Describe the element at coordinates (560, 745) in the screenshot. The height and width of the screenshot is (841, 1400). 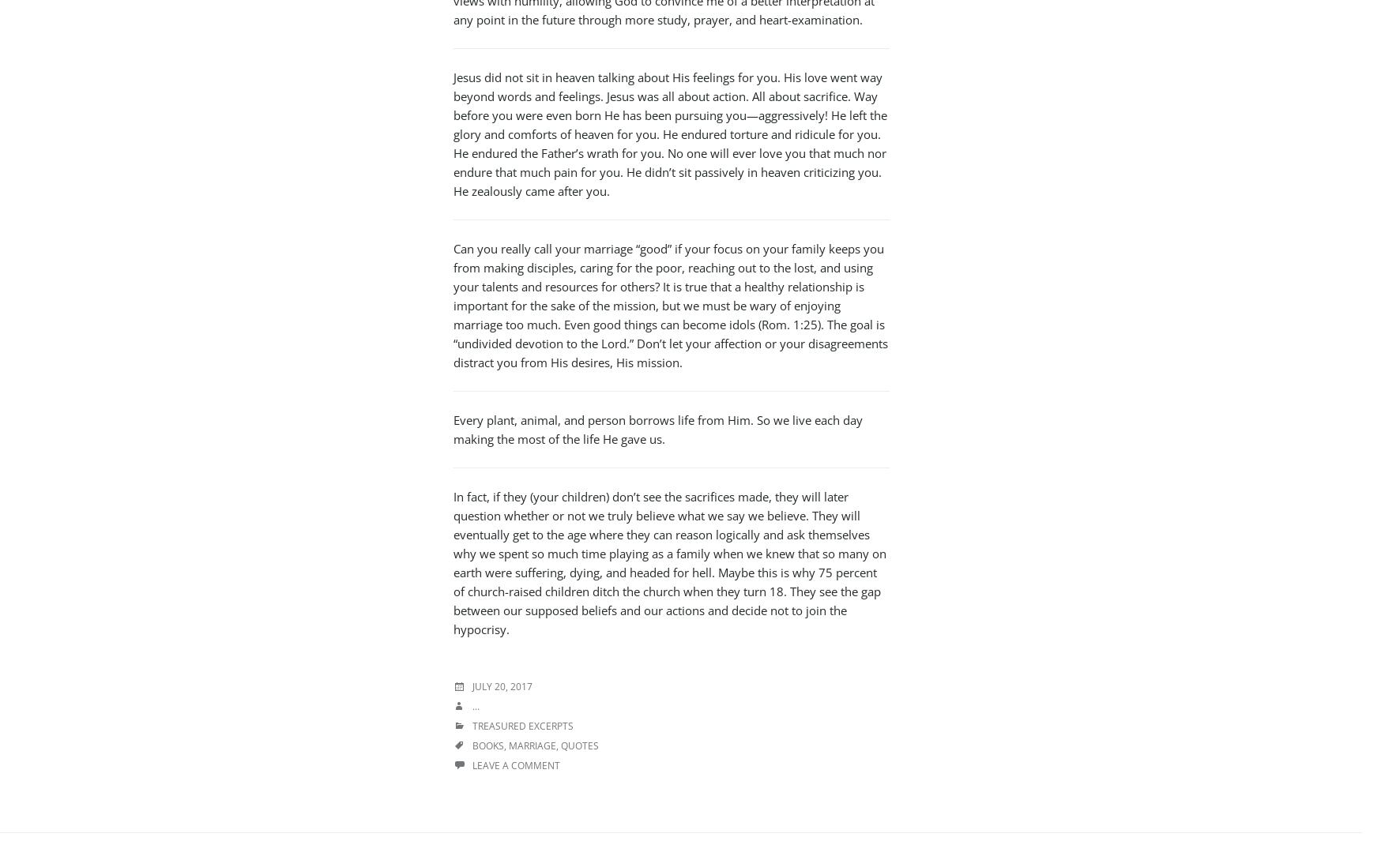
I see `'quotes'` at that location.